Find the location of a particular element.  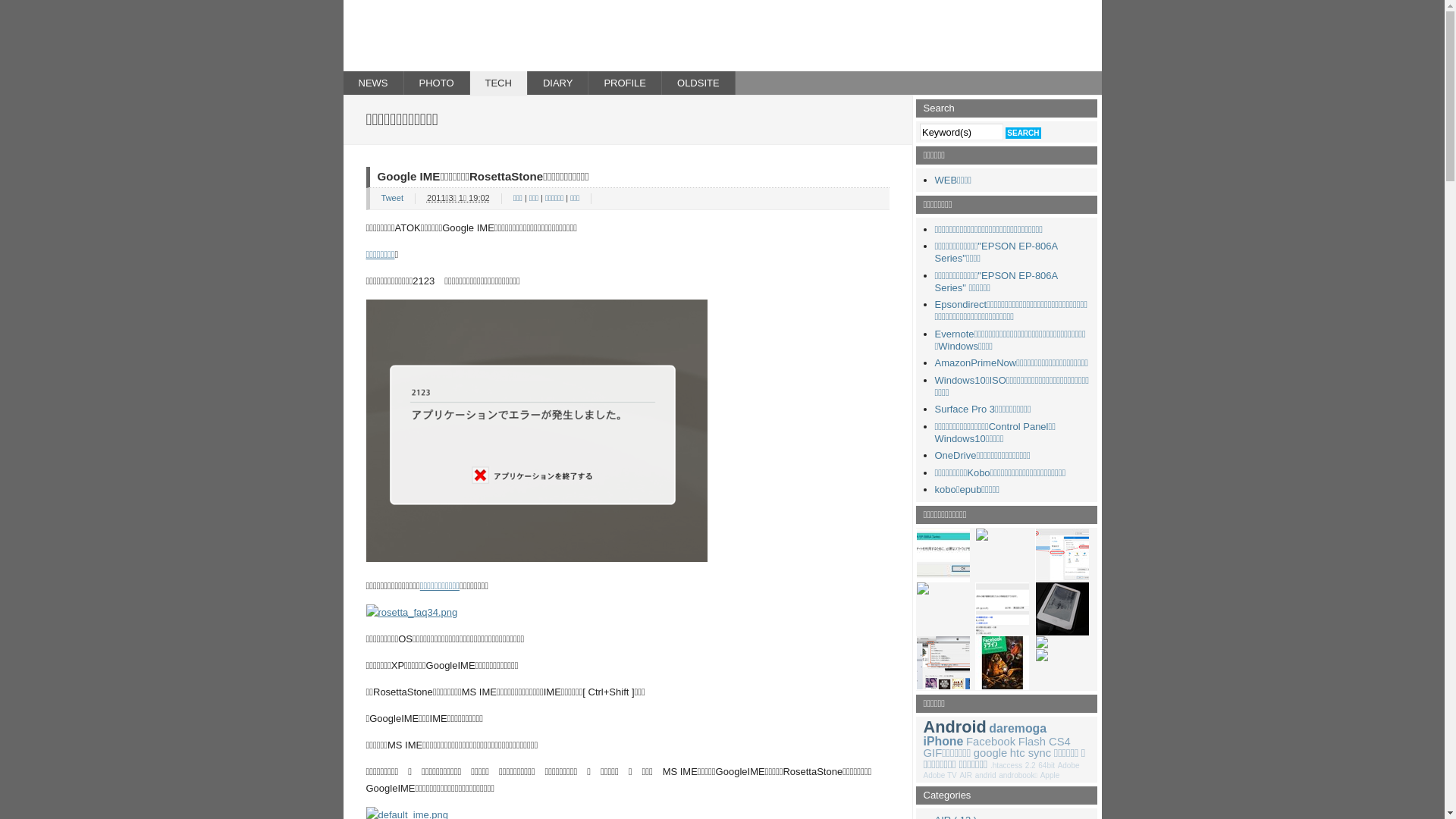

'google' is located at coordinates (990, 752).